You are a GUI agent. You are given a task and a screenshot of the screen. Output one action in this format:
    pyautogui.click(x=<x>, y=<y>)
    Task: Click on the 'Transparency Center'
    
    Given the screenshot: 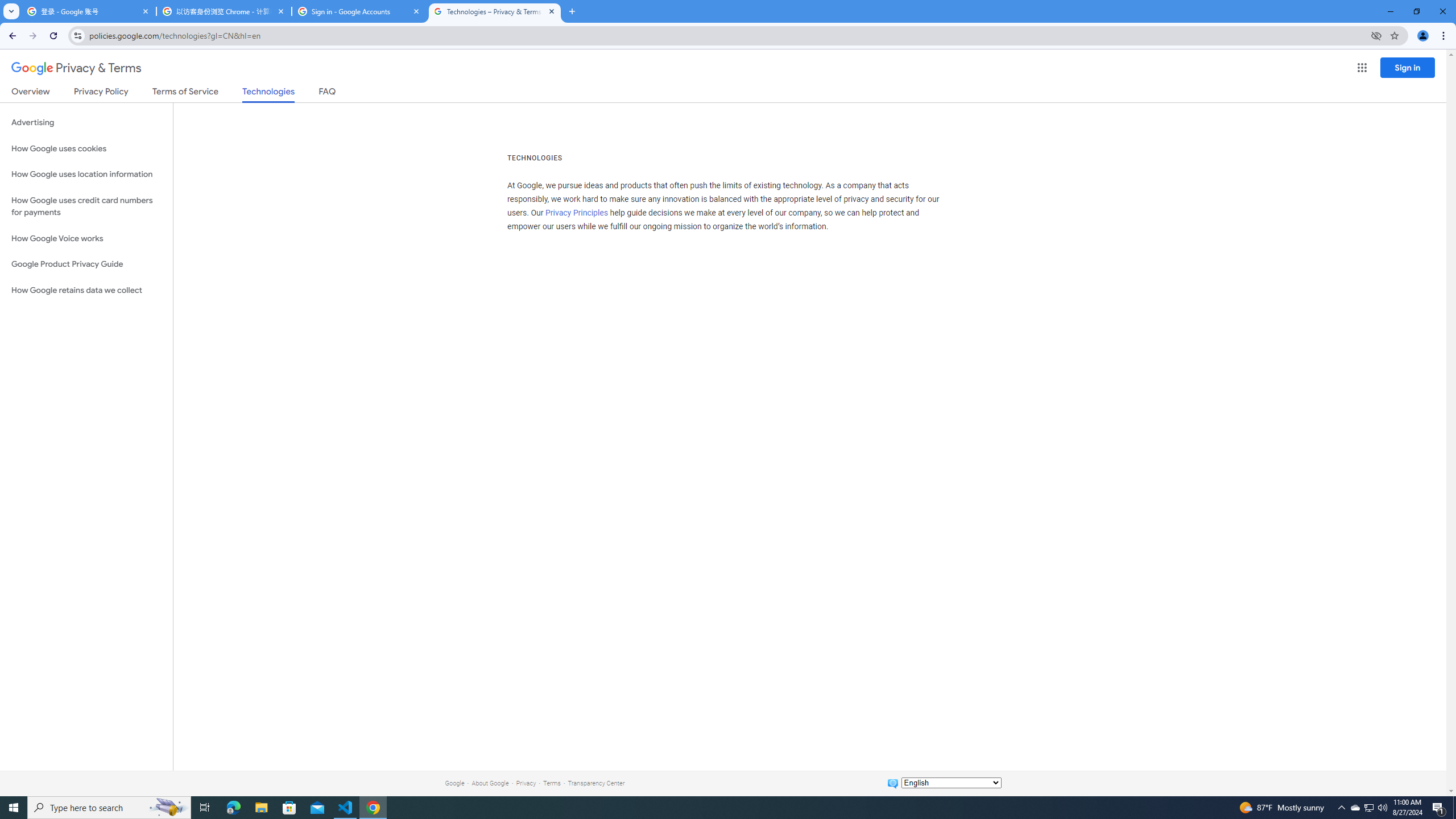 What is the action you would take?
    pyautogui.click(x=595, y=783)
    